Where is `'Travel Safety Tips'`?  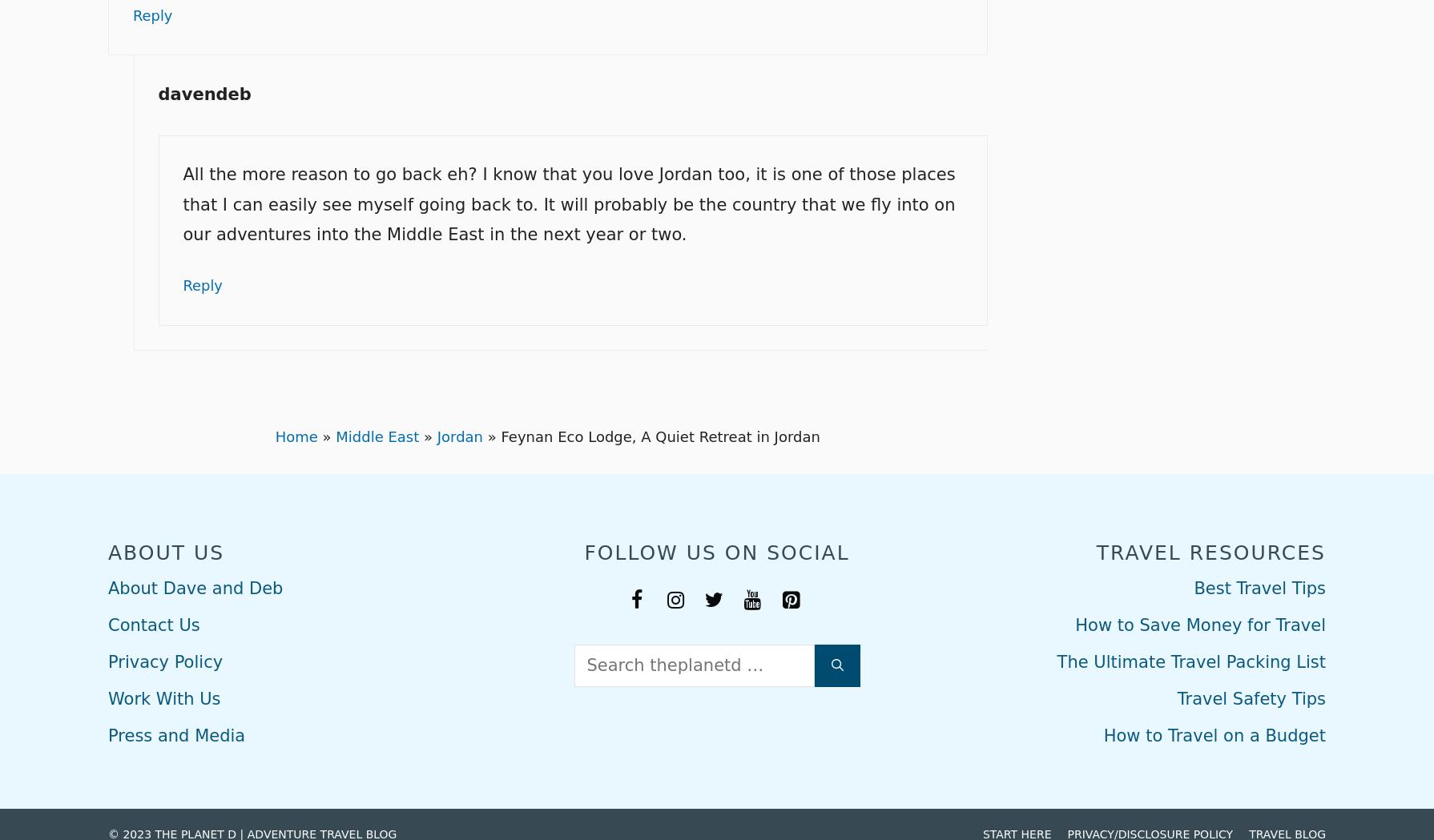
'Travel Safety Tips' is located at coordinates (1250, 697).